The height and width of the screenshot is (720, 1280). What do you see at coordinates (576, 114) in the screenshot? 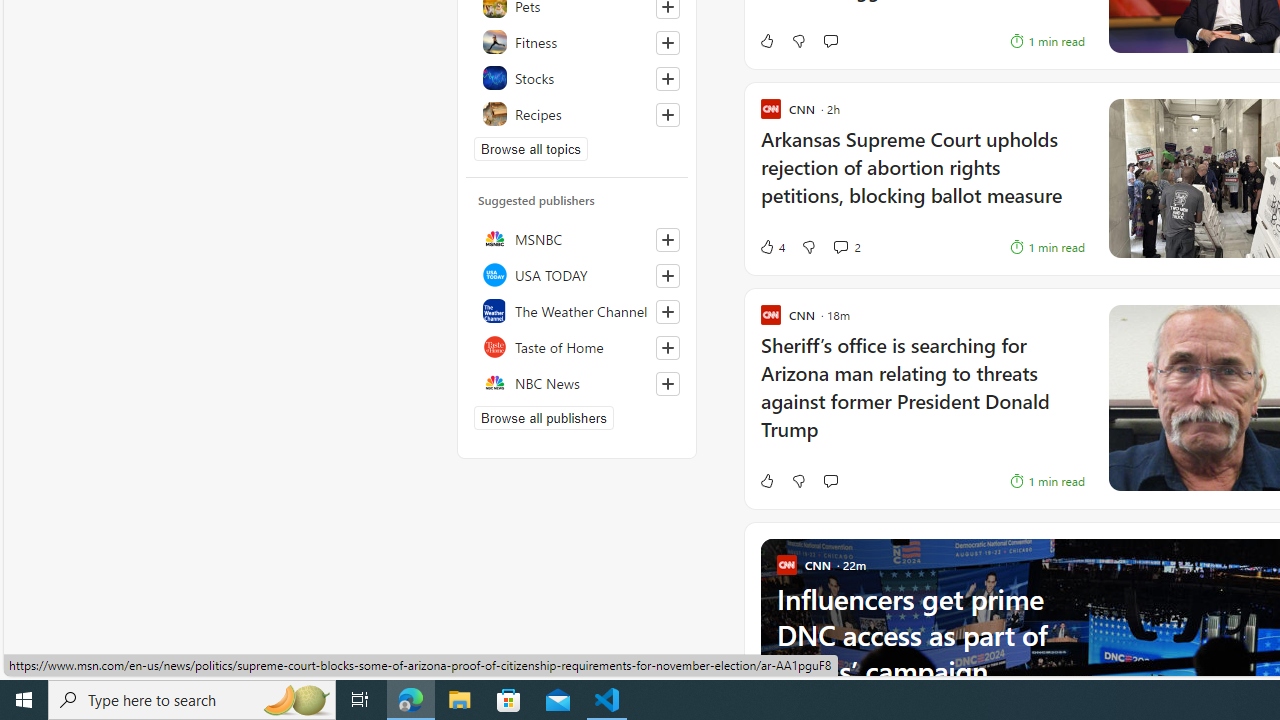
I see `'Recipes'` at bounding box center [576, 114].